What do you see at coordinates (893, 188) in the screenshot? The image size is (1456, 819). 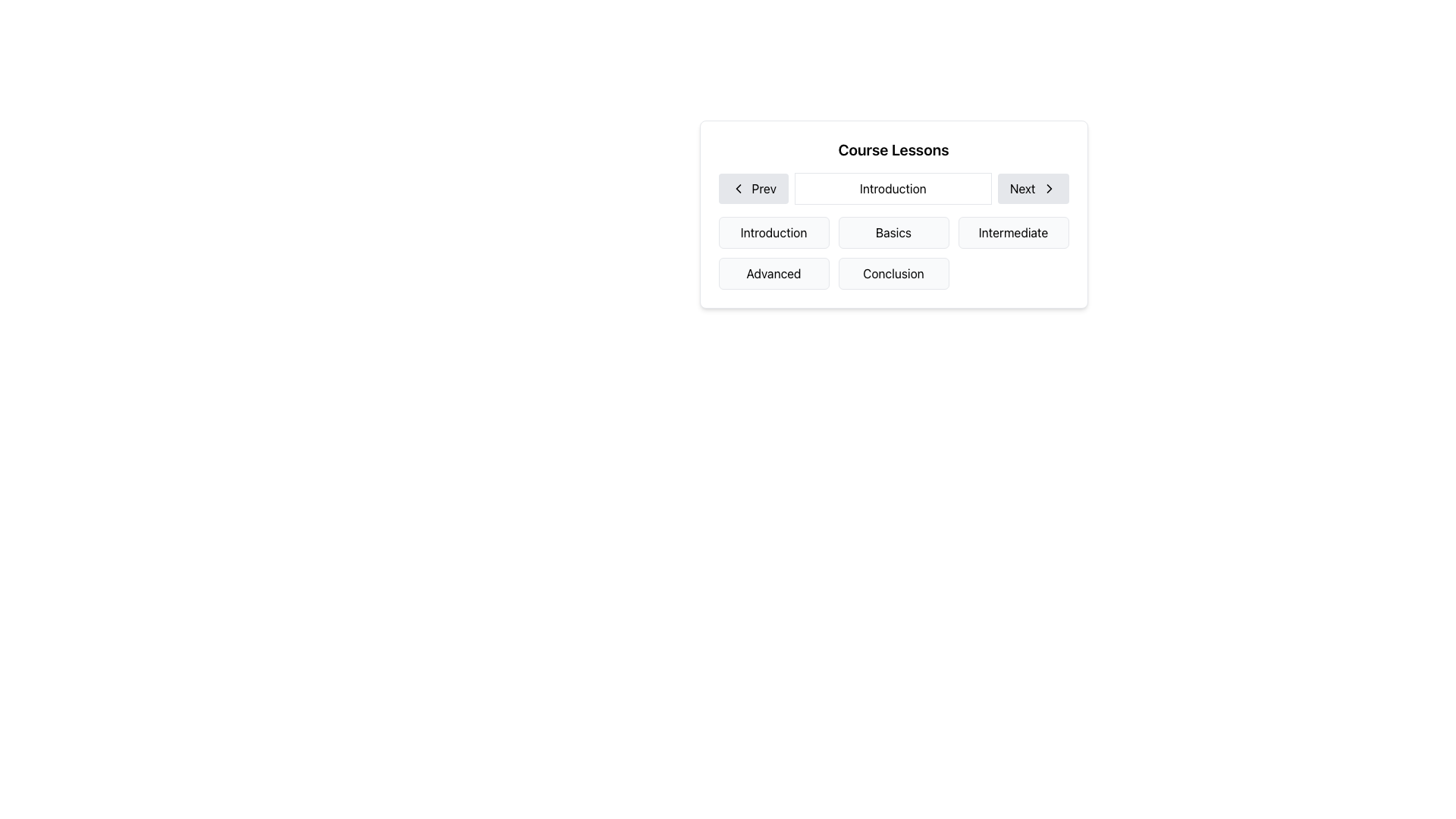 I see `the navigation component containing the 'Prev' and 'Next' buttons and the label 'Introduction'` at bounding box center [893, 188].